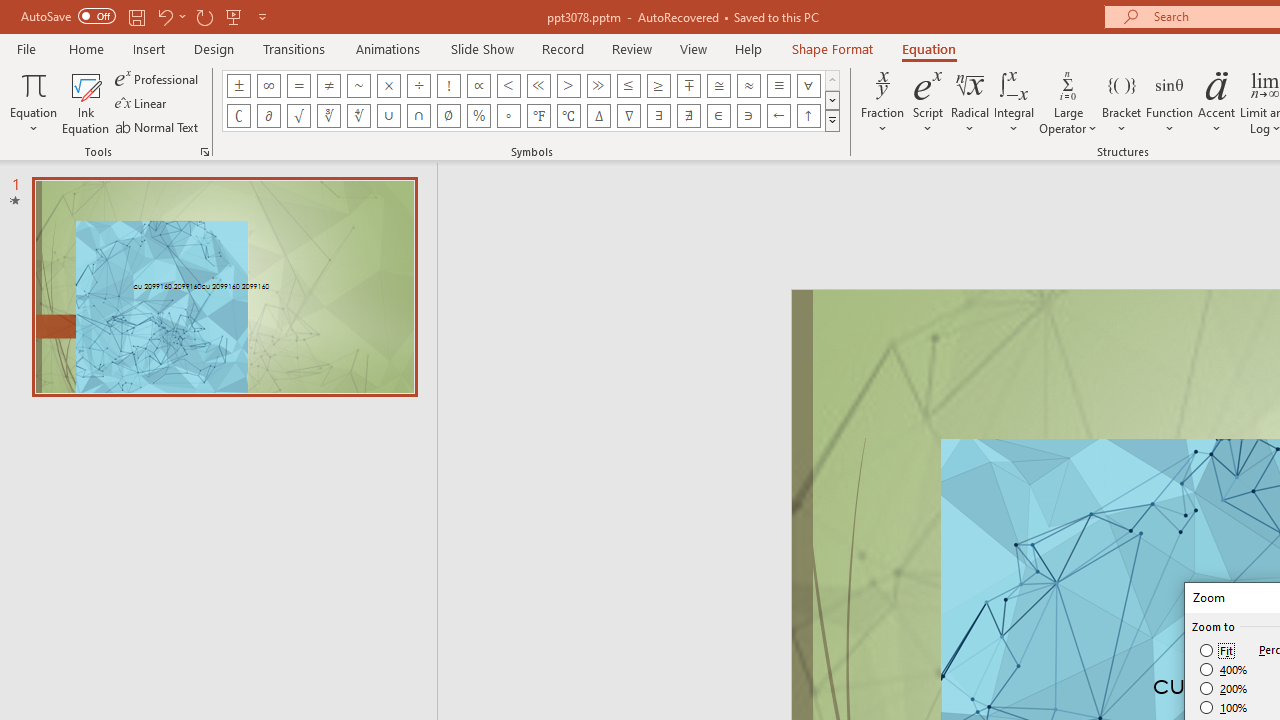 The image size is (1280, 720). What do you see at coordinates (1216, 650) in the screenshot?
I see `'Fit'` at bounding box center [1216, 650].